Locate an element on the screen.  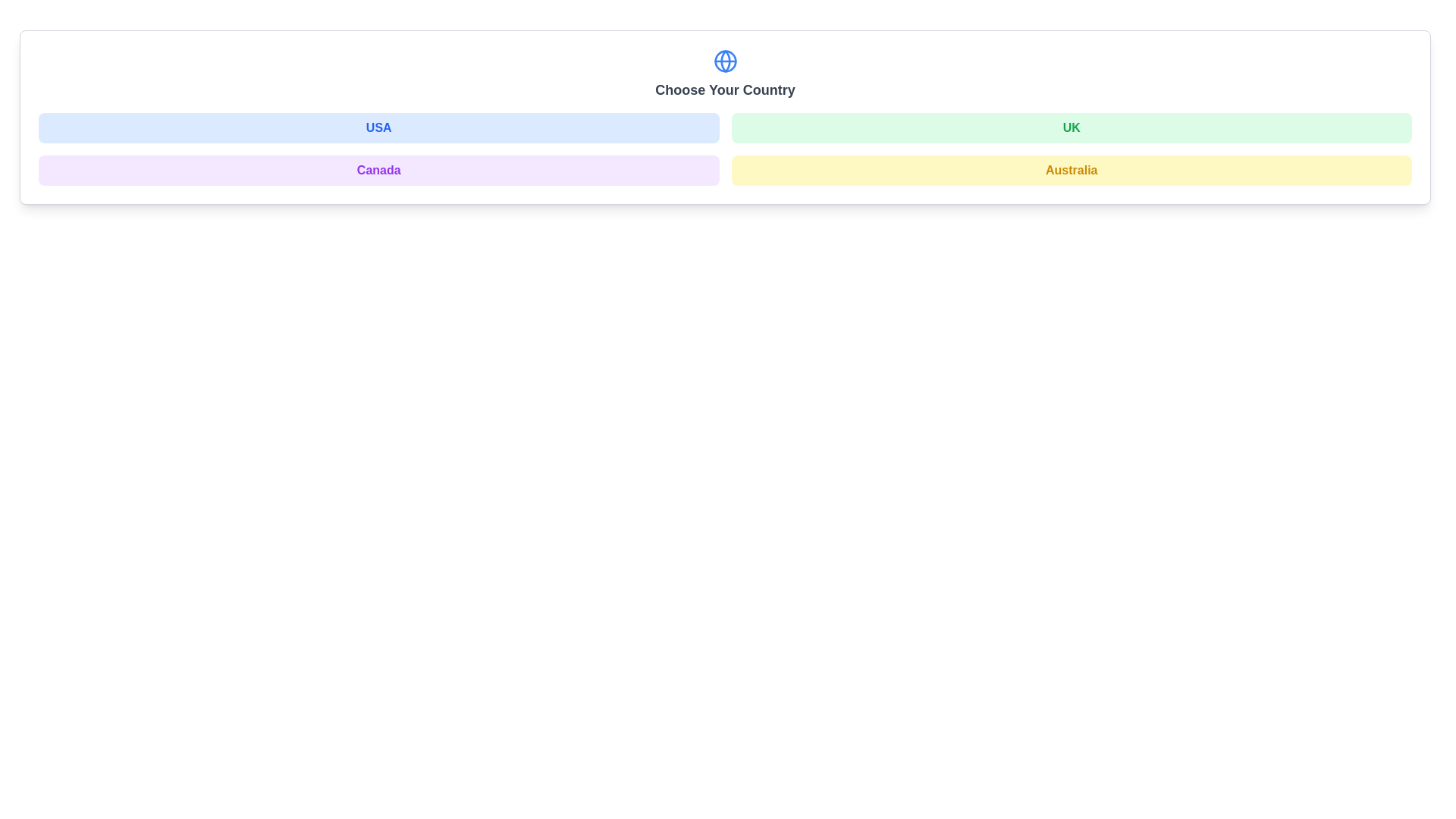
the label or header with an icon that introduces the options for selecting a country, which is located at the top center of a card element above country buttons is located at coordinates (724, 81).